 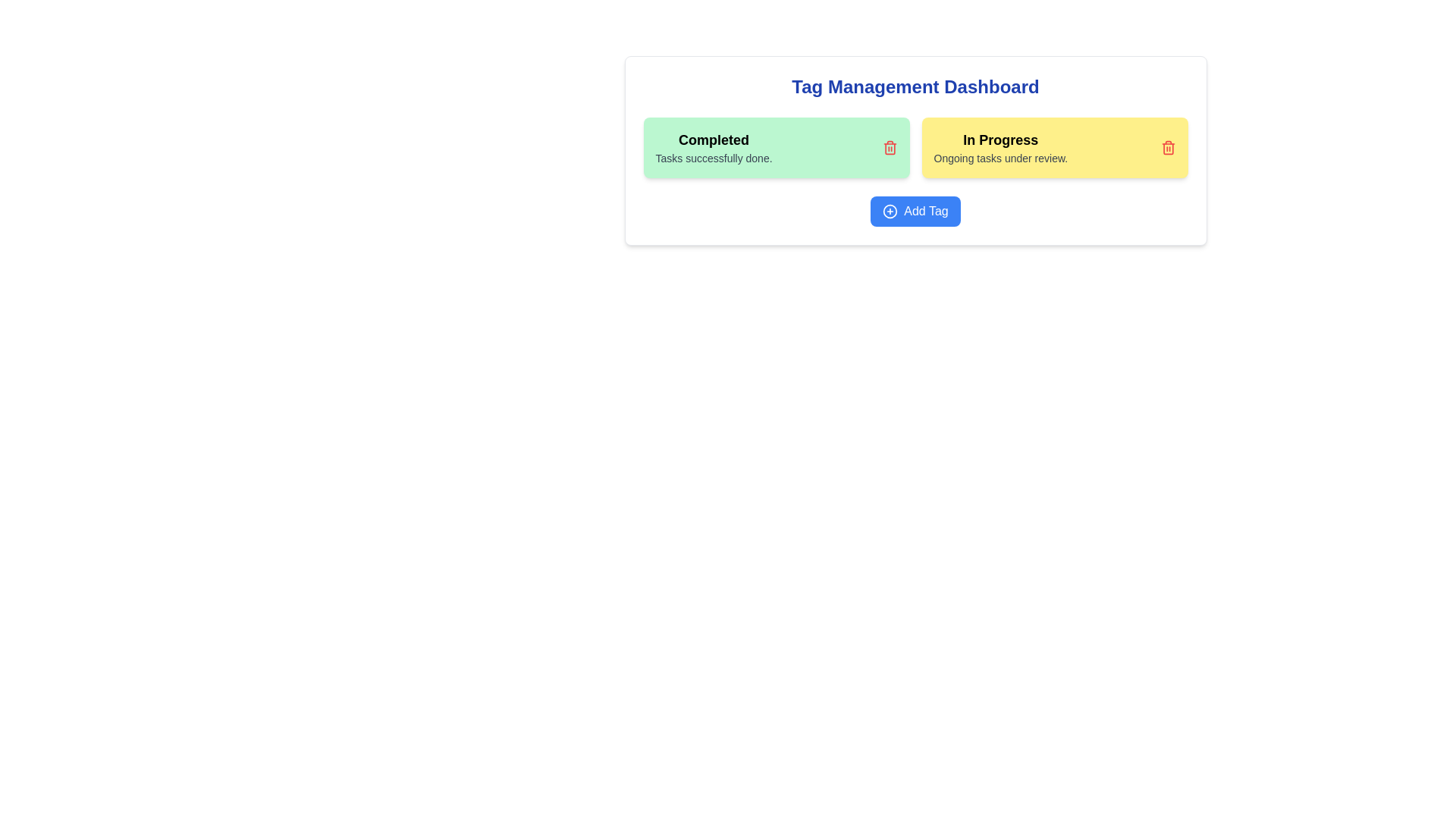 I want to click on text from the 'In Progress' label which is emphasized in bold black and describes ongoing tasks under review, located inside a yellow rectangle in the Tag Management Dashboard, so click(x=1000, y=148).